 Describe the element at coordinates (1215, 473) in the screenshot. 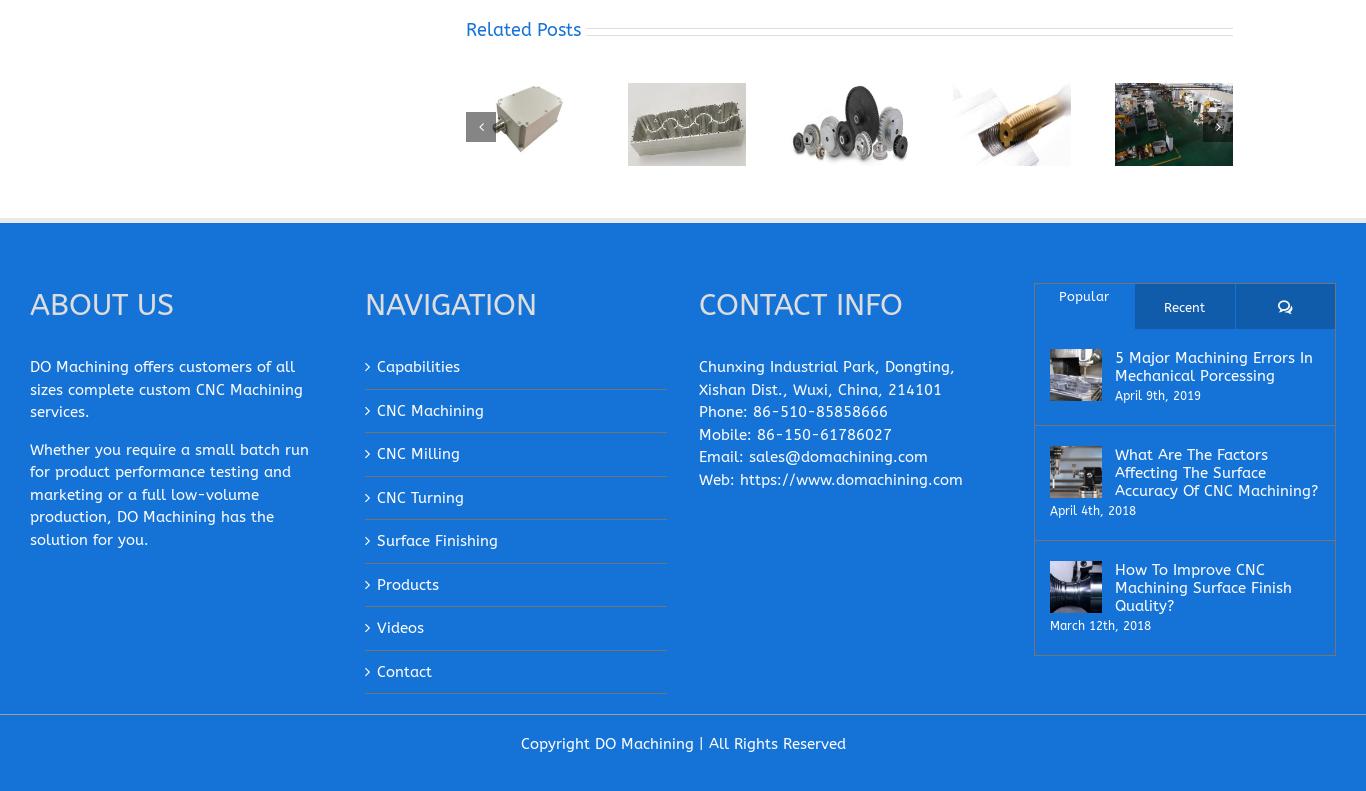

I see `'What Are The Factors Affecting The Surface Accuracy Of CNC Machining?'` at that location.